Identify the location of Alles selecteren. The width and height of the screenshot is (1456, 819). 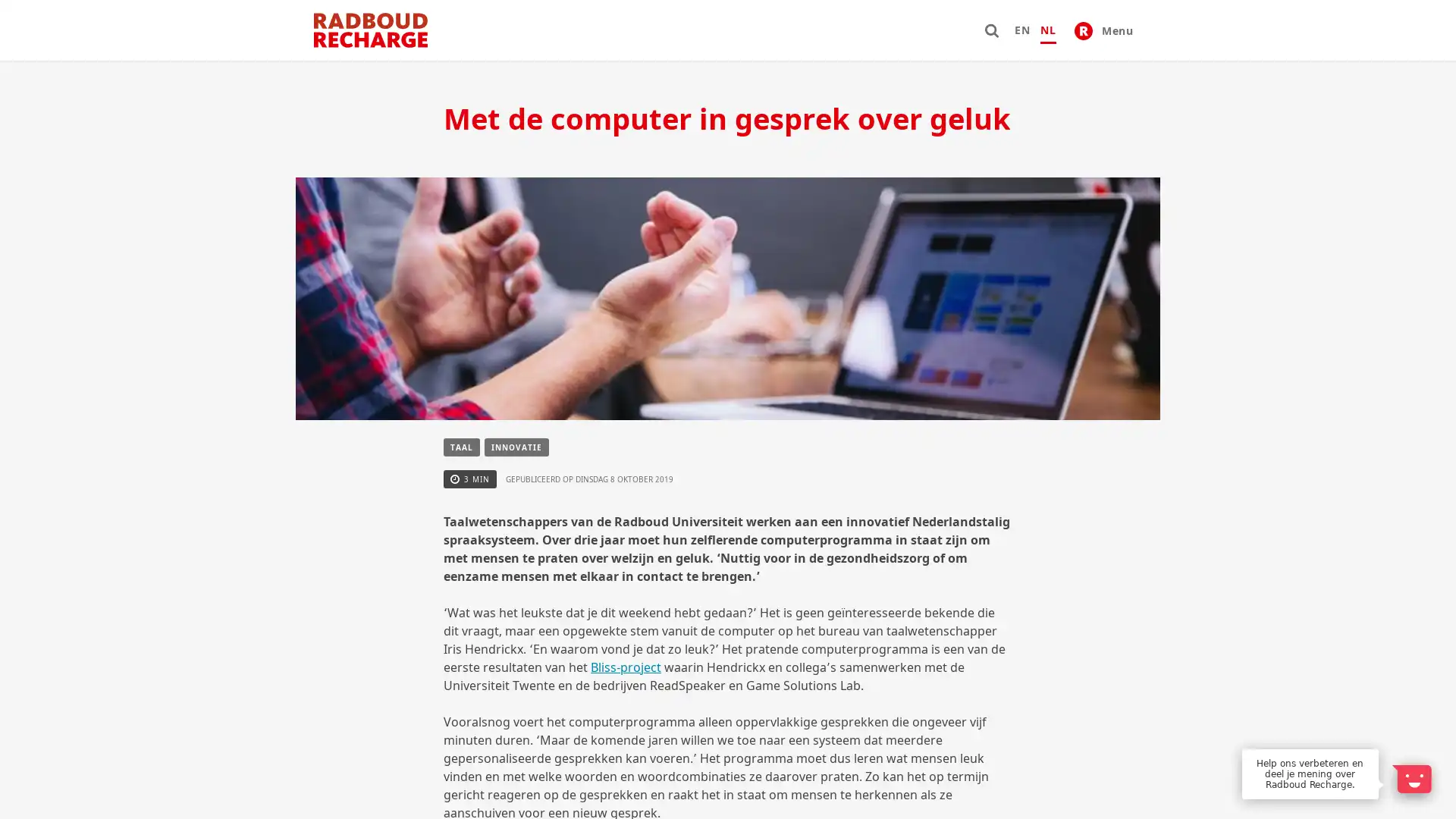
(661, 638).